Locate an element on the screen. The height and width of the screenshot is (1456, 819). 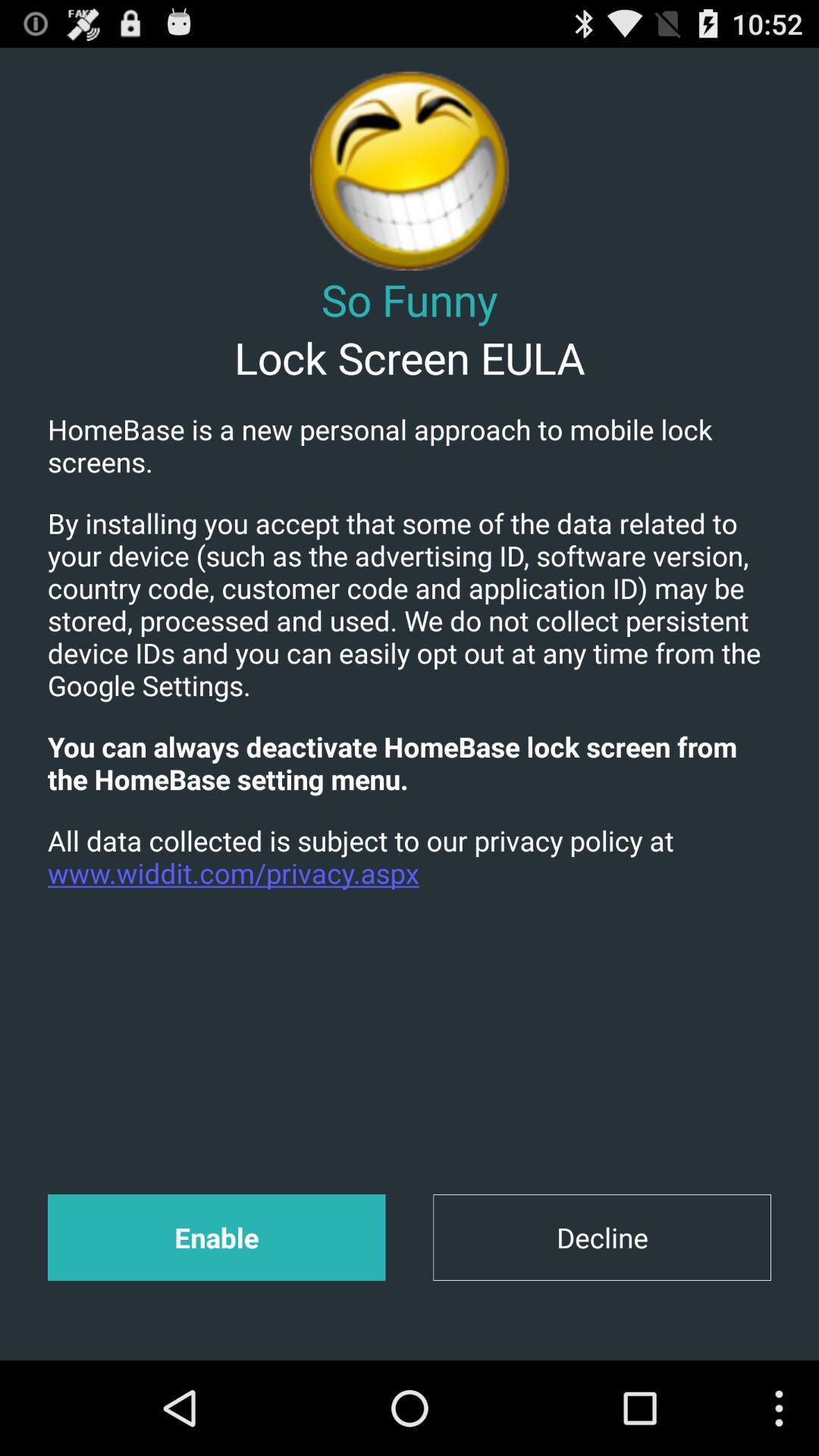
enable app is located at coordinates (216, 1238).